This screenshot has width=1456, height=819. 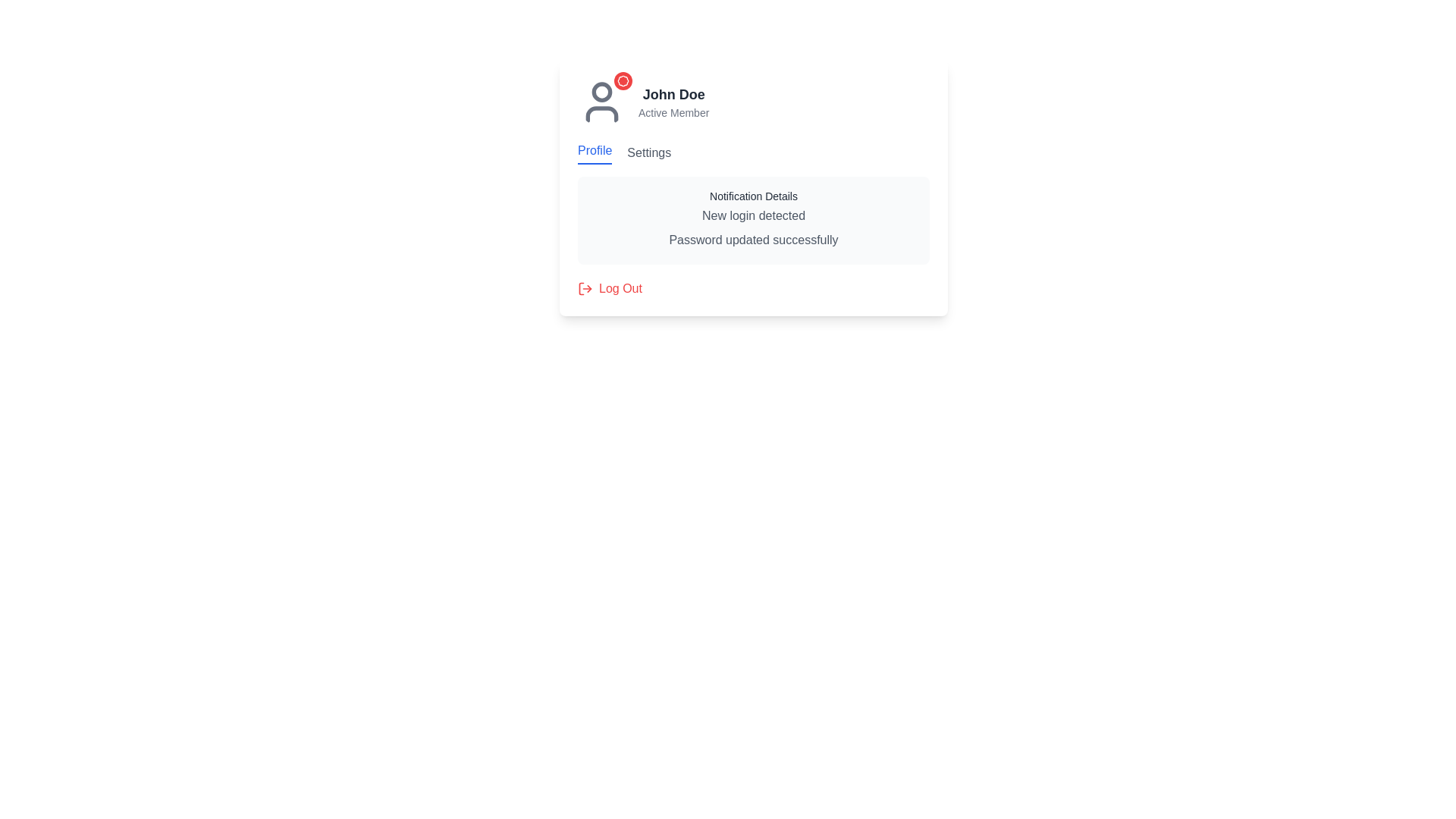 What do you see at coordinates (753, 239) in the screenshot?
I see `information presented in the static text label that displays 'Password updated successfully', which is positioned below the 'New login detected' label in the 'Notification Details' section` at bounding box center [753, 239].